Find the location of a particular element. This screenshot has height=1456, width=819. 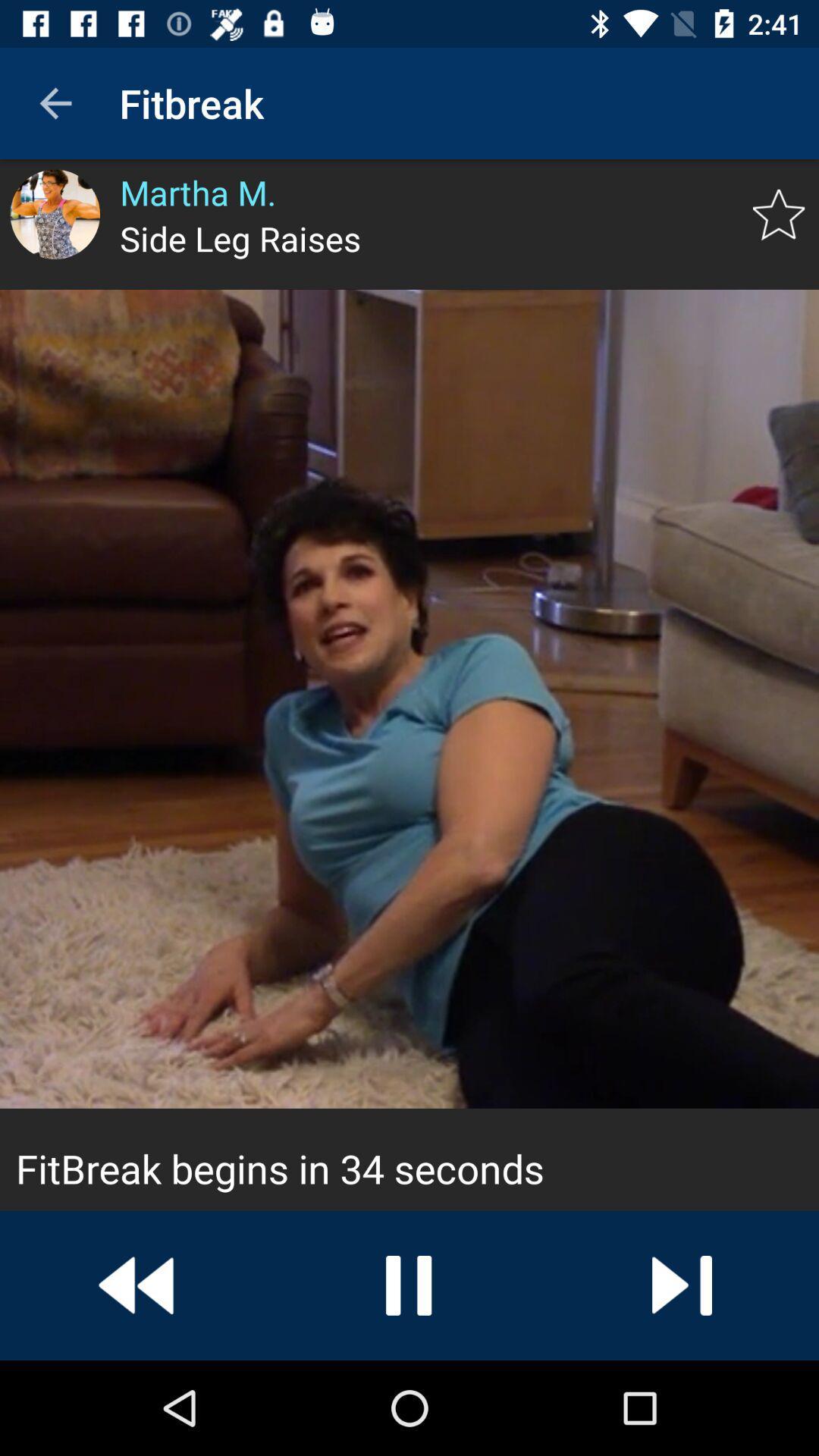

mark as favorite is located at coordinates (779, 214).